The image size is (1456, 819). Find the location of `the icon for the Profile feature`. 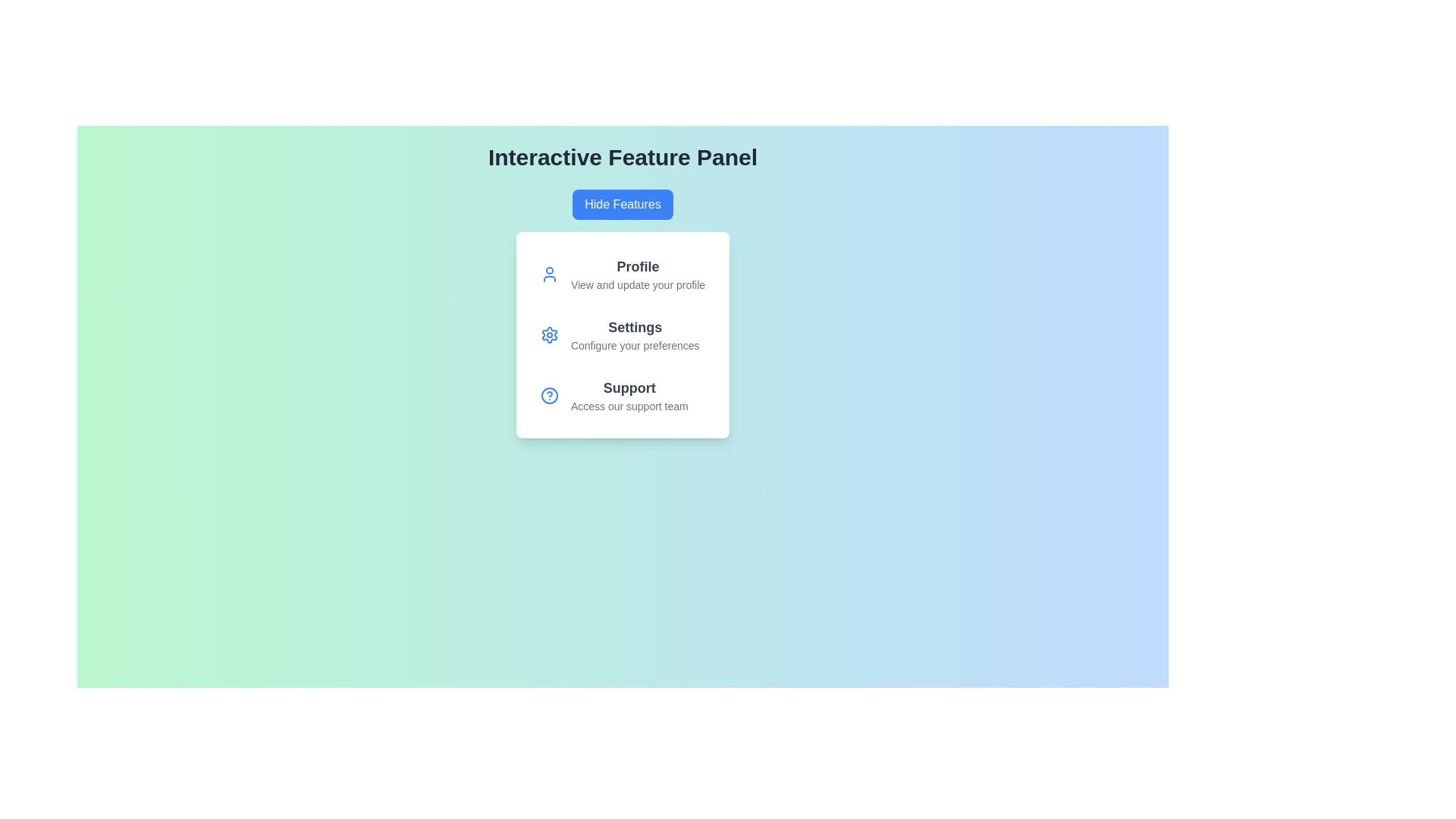

the icon for the Profile feature is located at coordinates (548, 275).